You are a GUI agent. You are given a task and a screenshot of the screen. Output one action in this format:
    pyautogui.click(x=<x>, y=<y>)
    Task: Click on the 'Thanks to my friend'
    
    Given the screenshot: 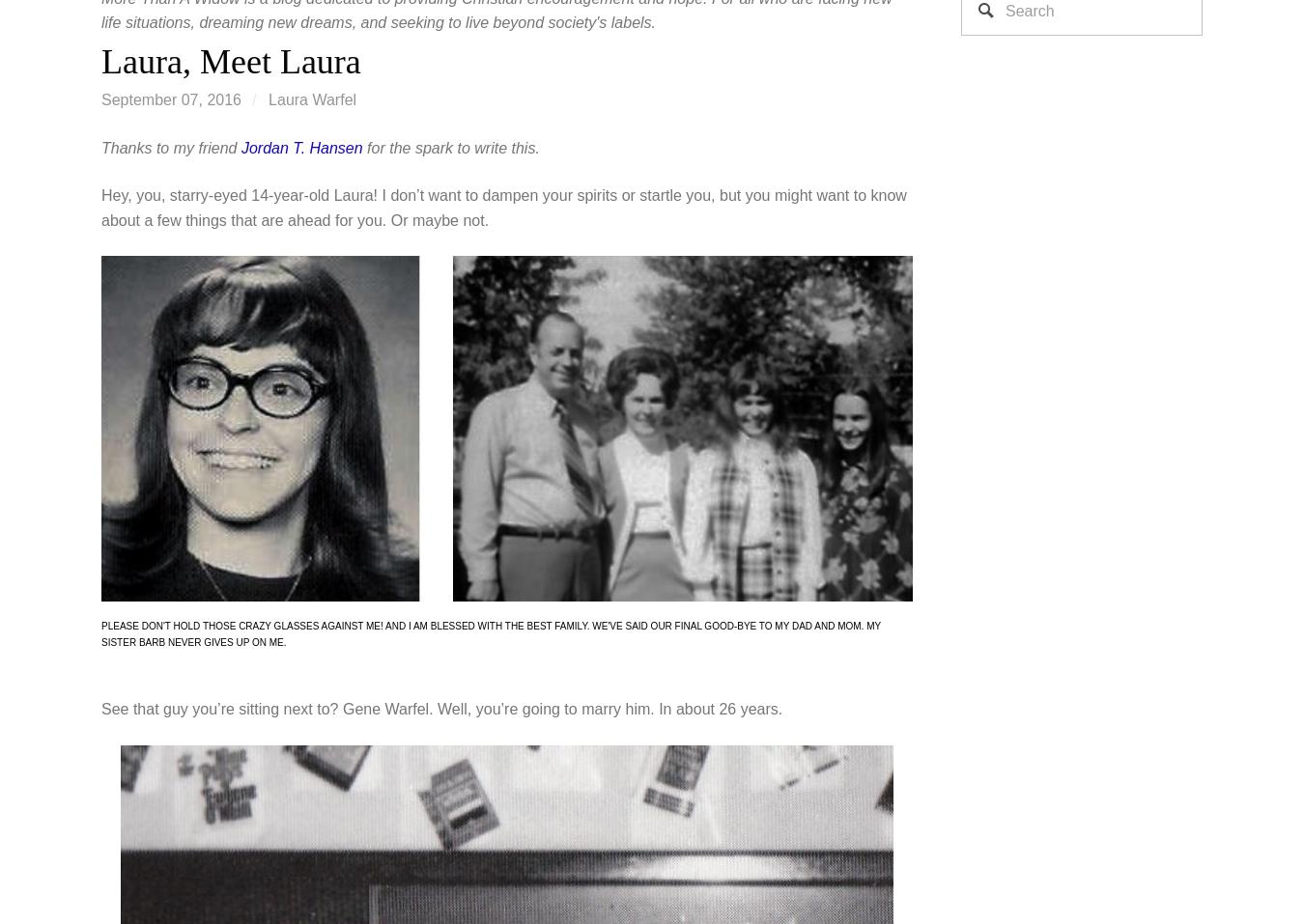 What is the action you would take?
    pyautogui.click(x=170, y=147)
    